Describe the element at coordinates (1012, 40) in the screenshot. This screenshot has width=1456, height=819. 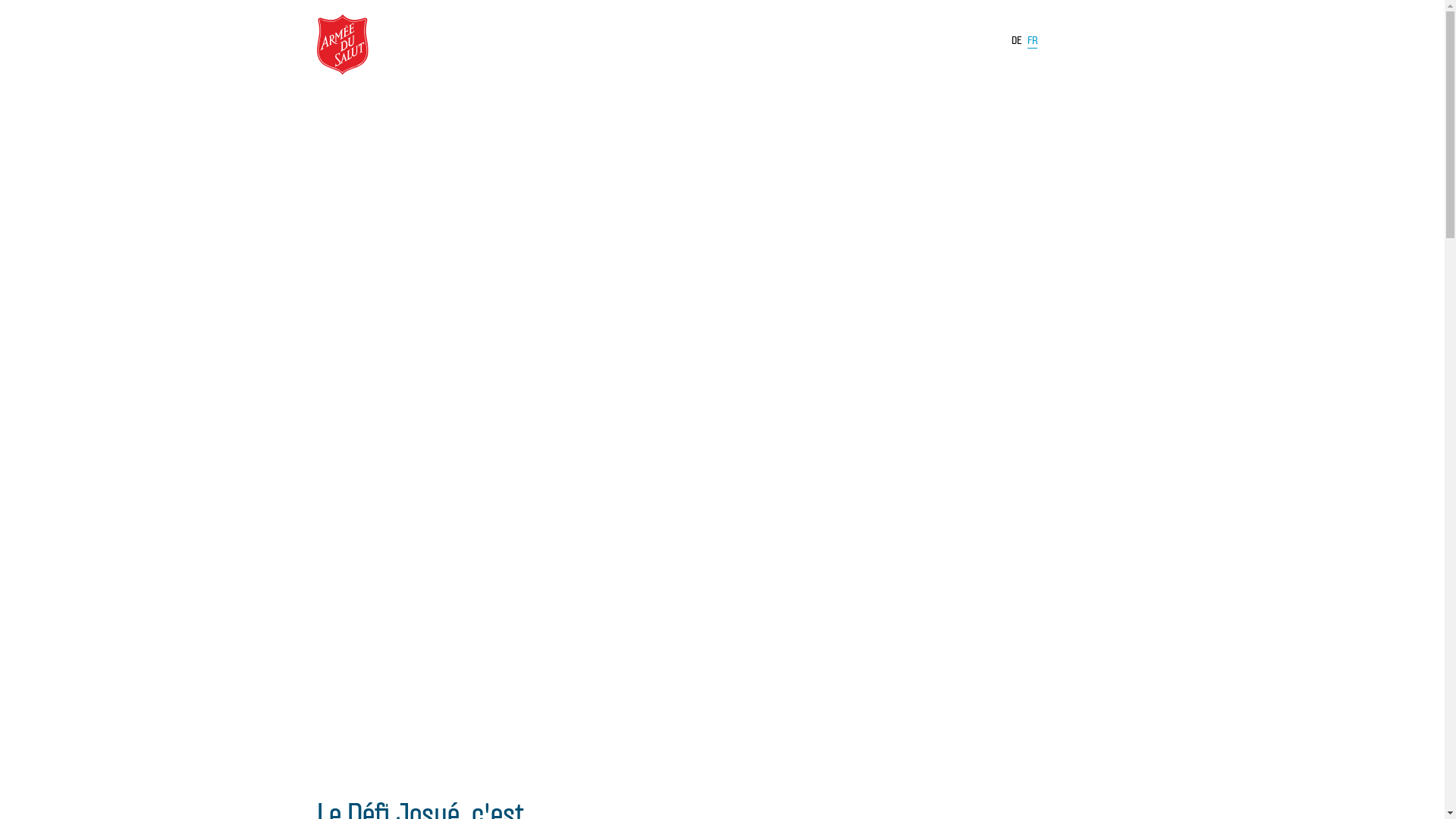
I see `'DE'` at that location.